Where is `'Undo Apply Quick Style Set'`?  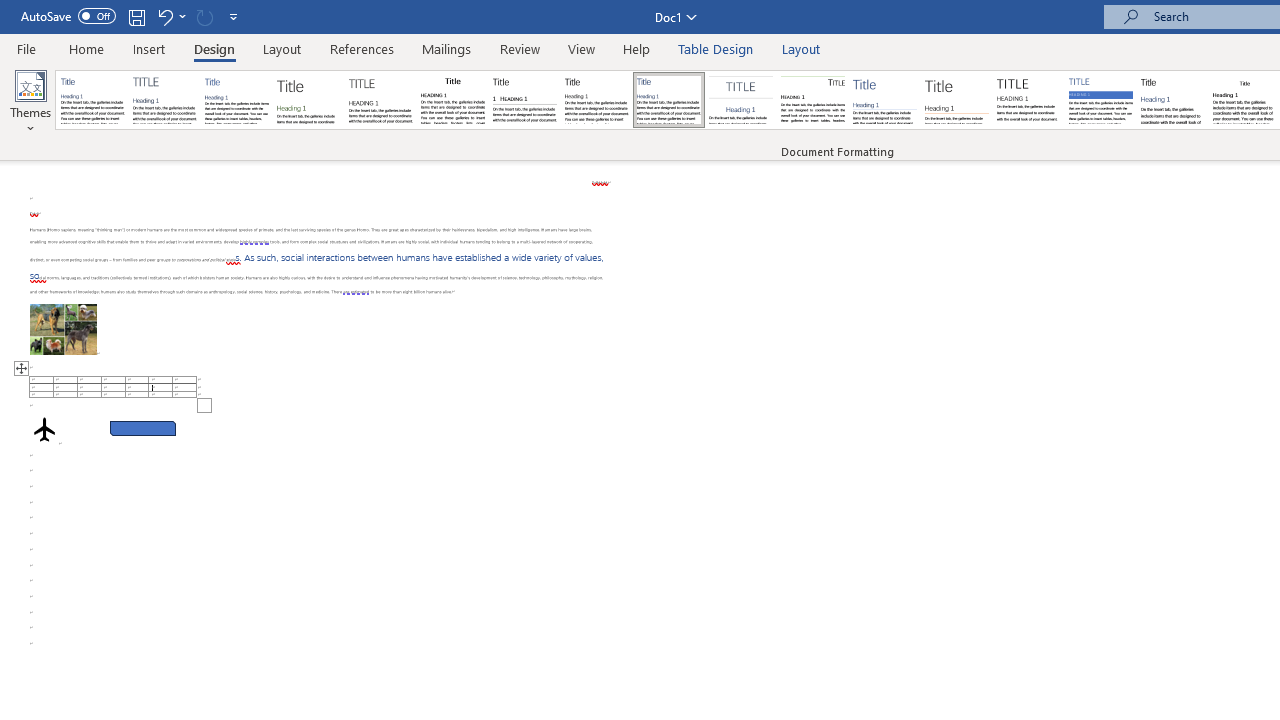 'Undo Apply Quick Style Set' is located at coordinates (164, 16).